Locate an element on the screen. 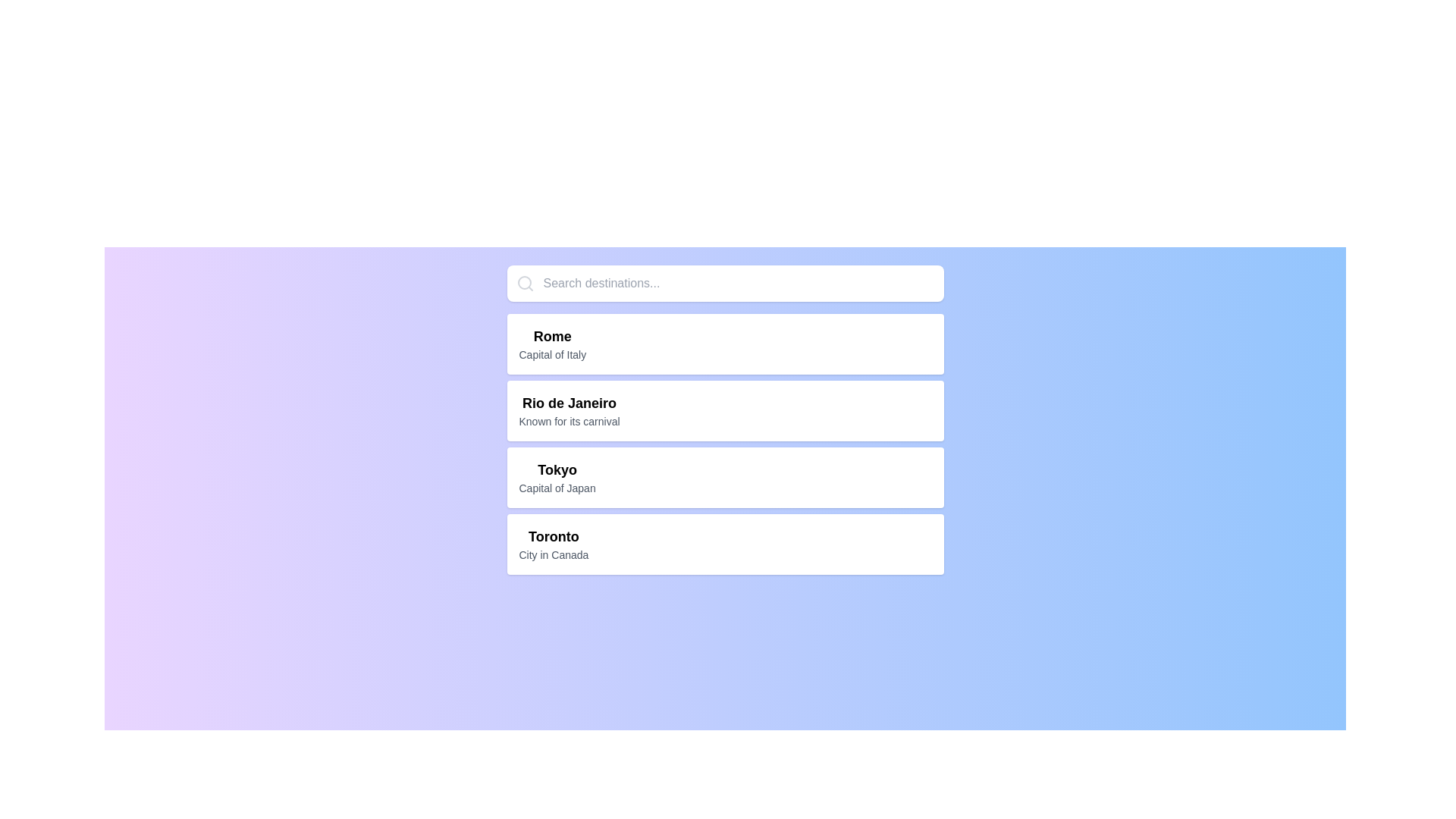  the informational card representing the city Toronto, which is the last item in a vertical list of cards including Rome, Rio de Janeiro, and Tokyo is located at coordinates (724, 543).